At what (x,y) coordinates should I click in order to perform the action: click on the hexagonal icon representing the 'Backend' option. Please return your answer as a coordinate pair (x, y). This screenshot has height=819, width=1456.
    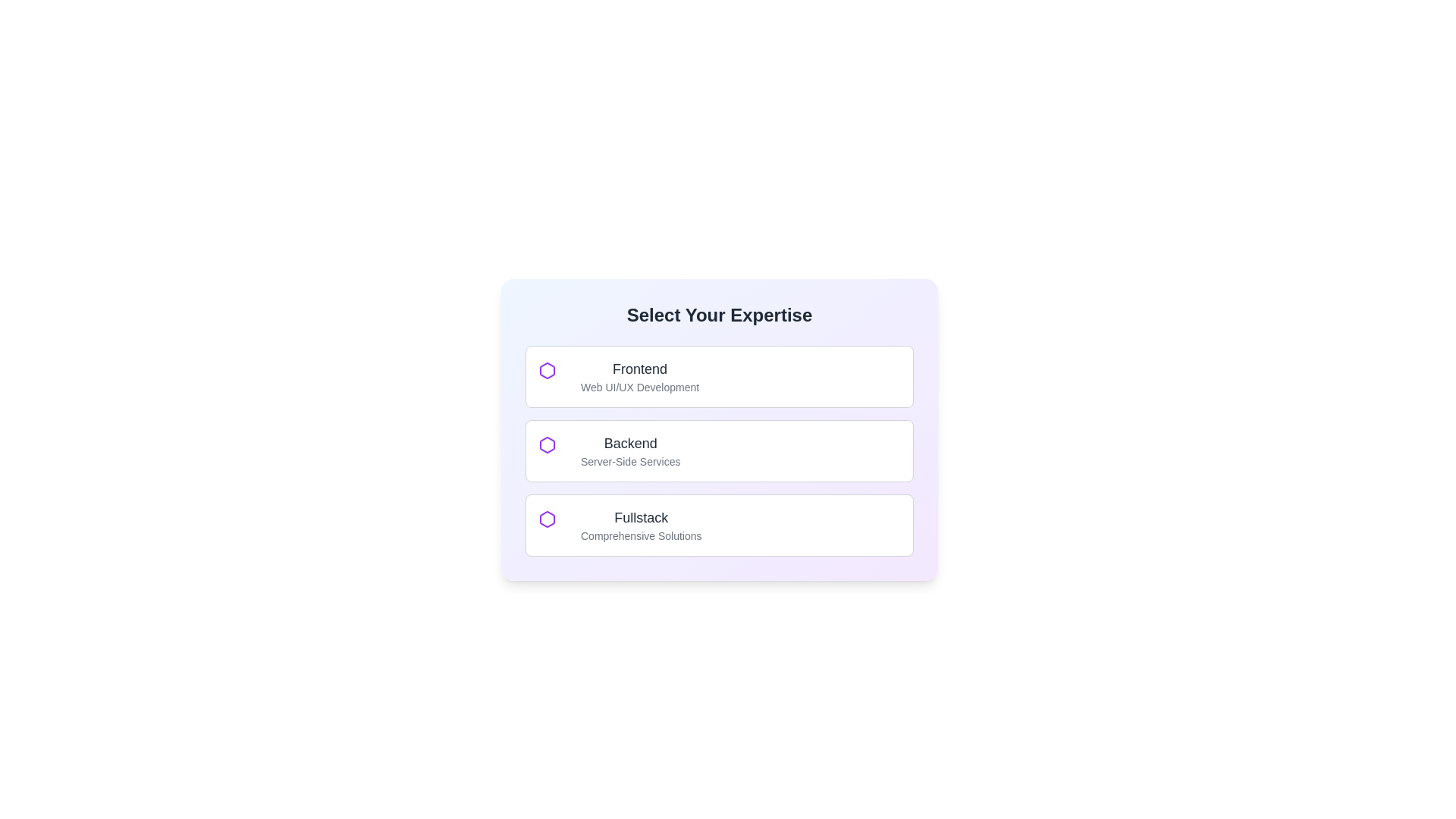
    Looking at the image, I should click on (546, 444).